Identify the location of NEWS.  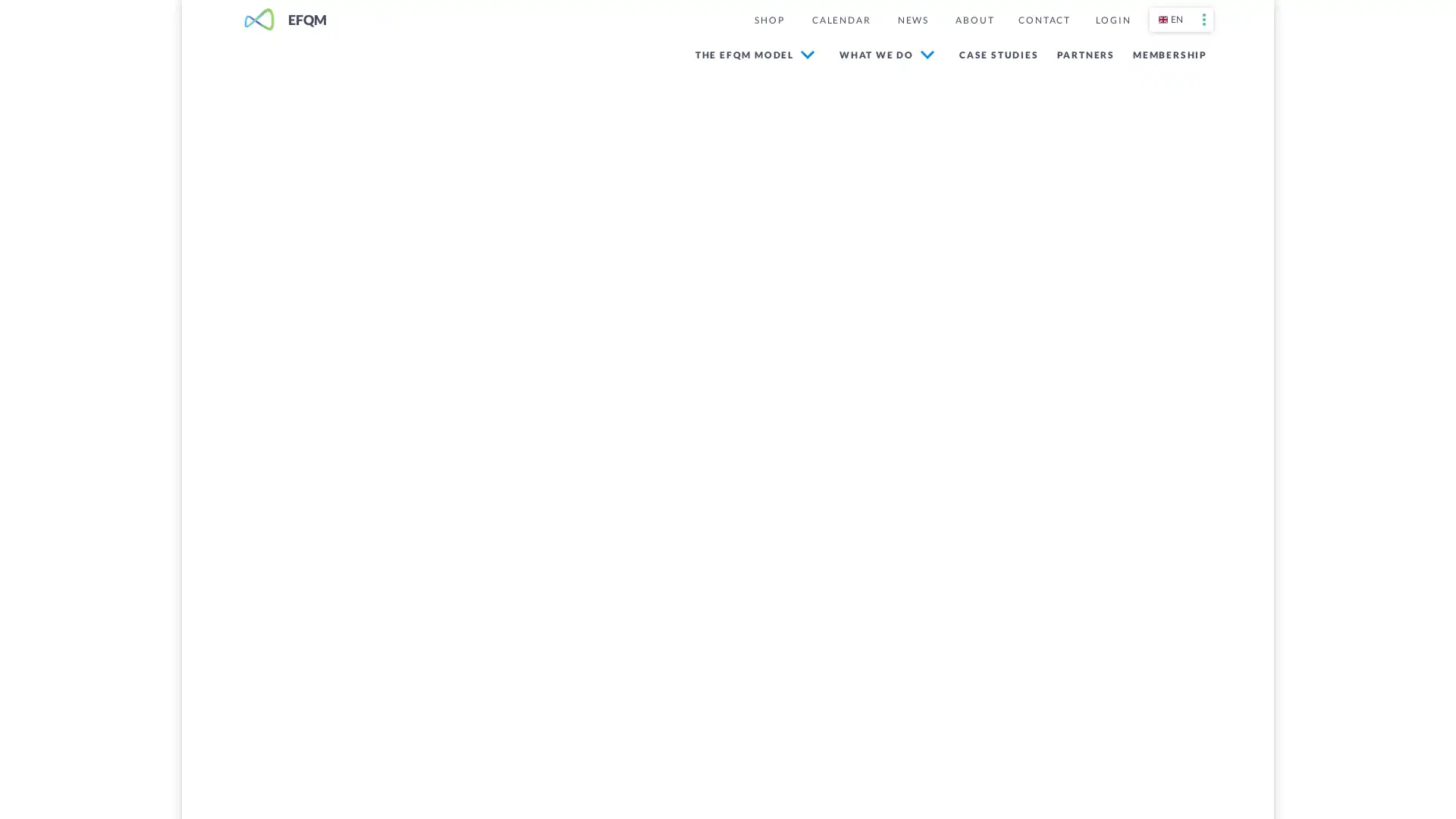
(912, 20).